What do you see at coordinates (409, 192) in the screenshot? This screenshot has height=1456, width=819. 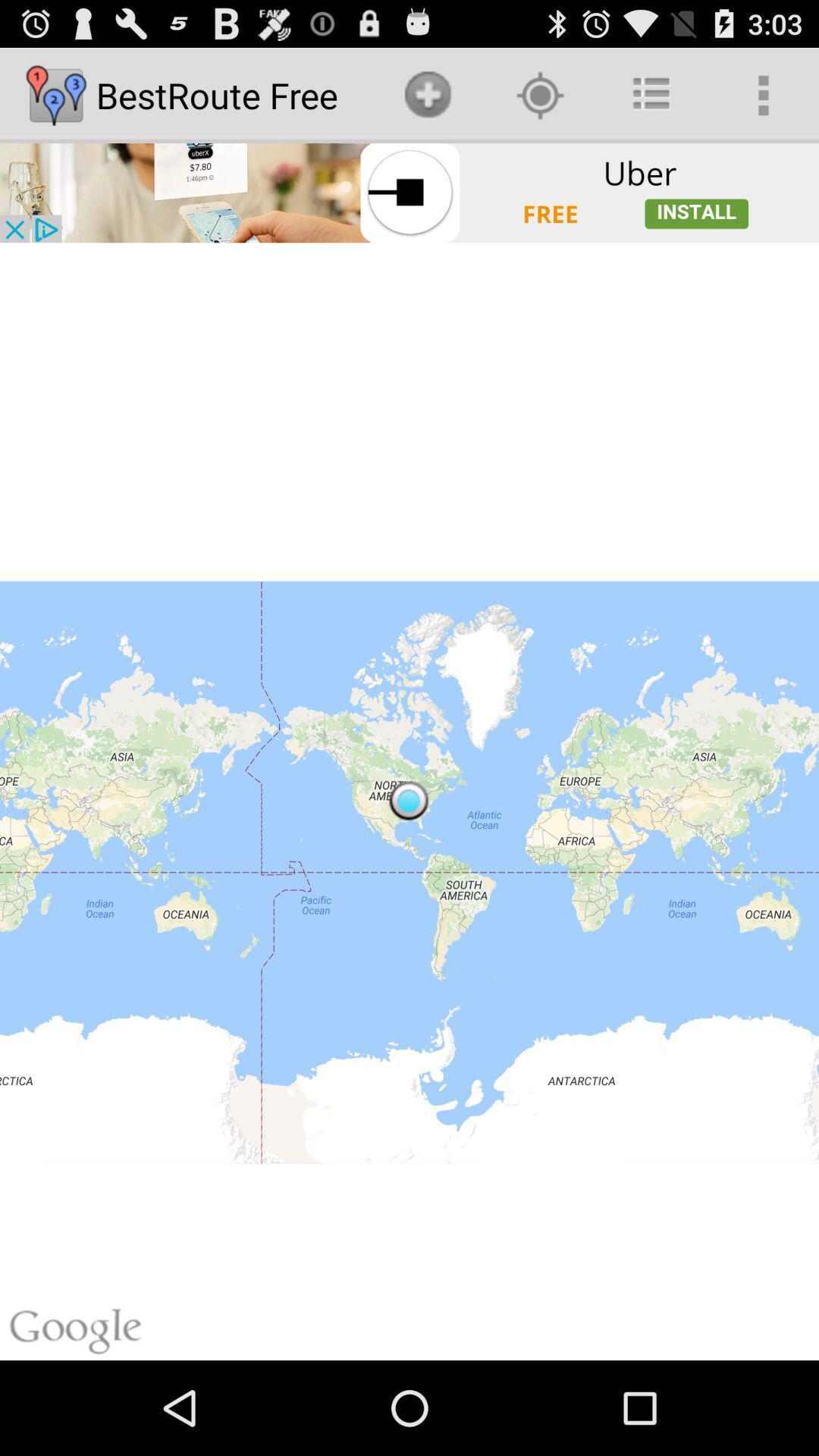 I see `open advertisement` at bounding box center [409, 192].